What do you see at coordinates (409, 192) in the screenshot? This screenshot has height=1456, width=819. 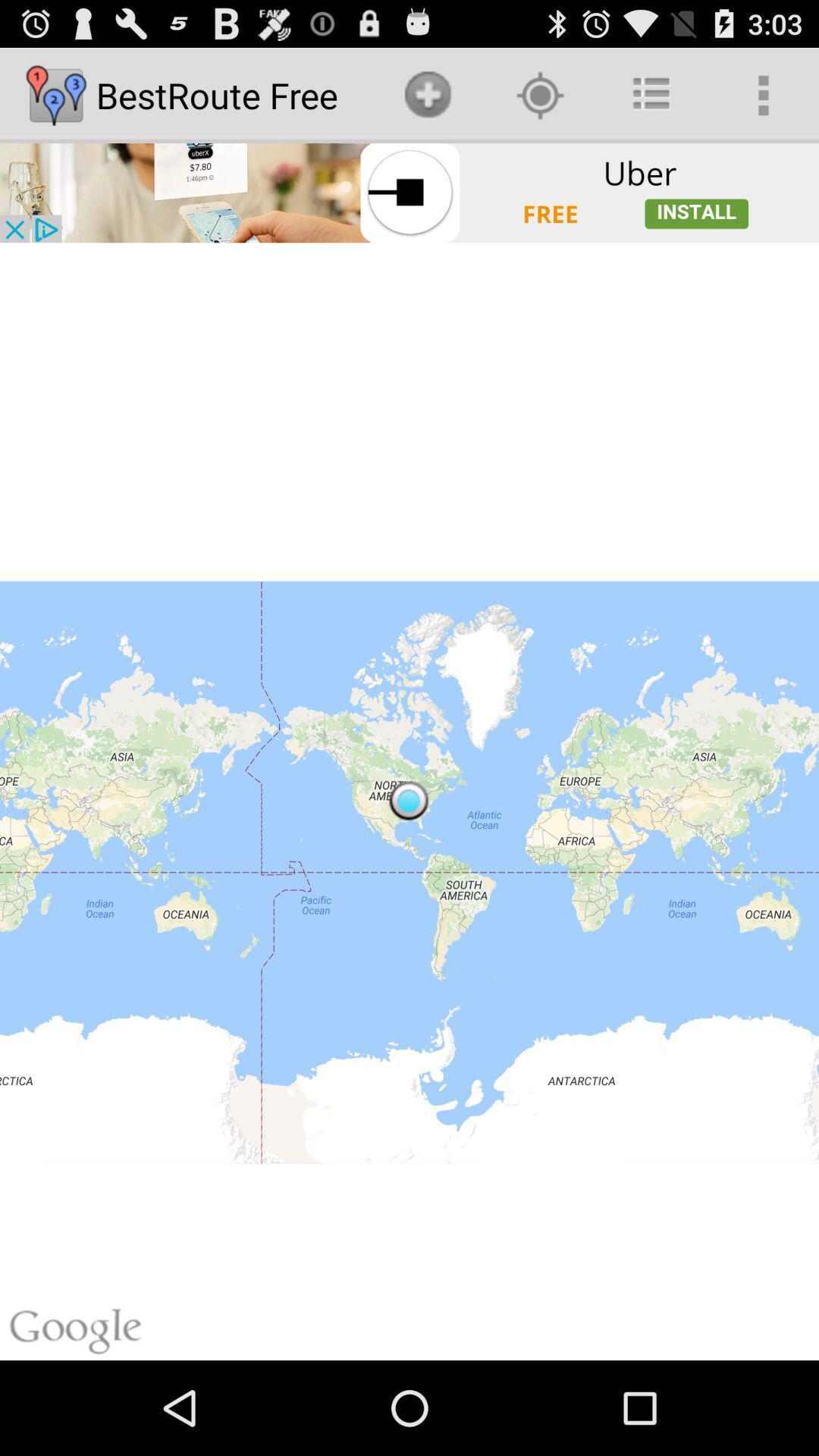 I see `open advertisement` at bounding box center [409, 192].